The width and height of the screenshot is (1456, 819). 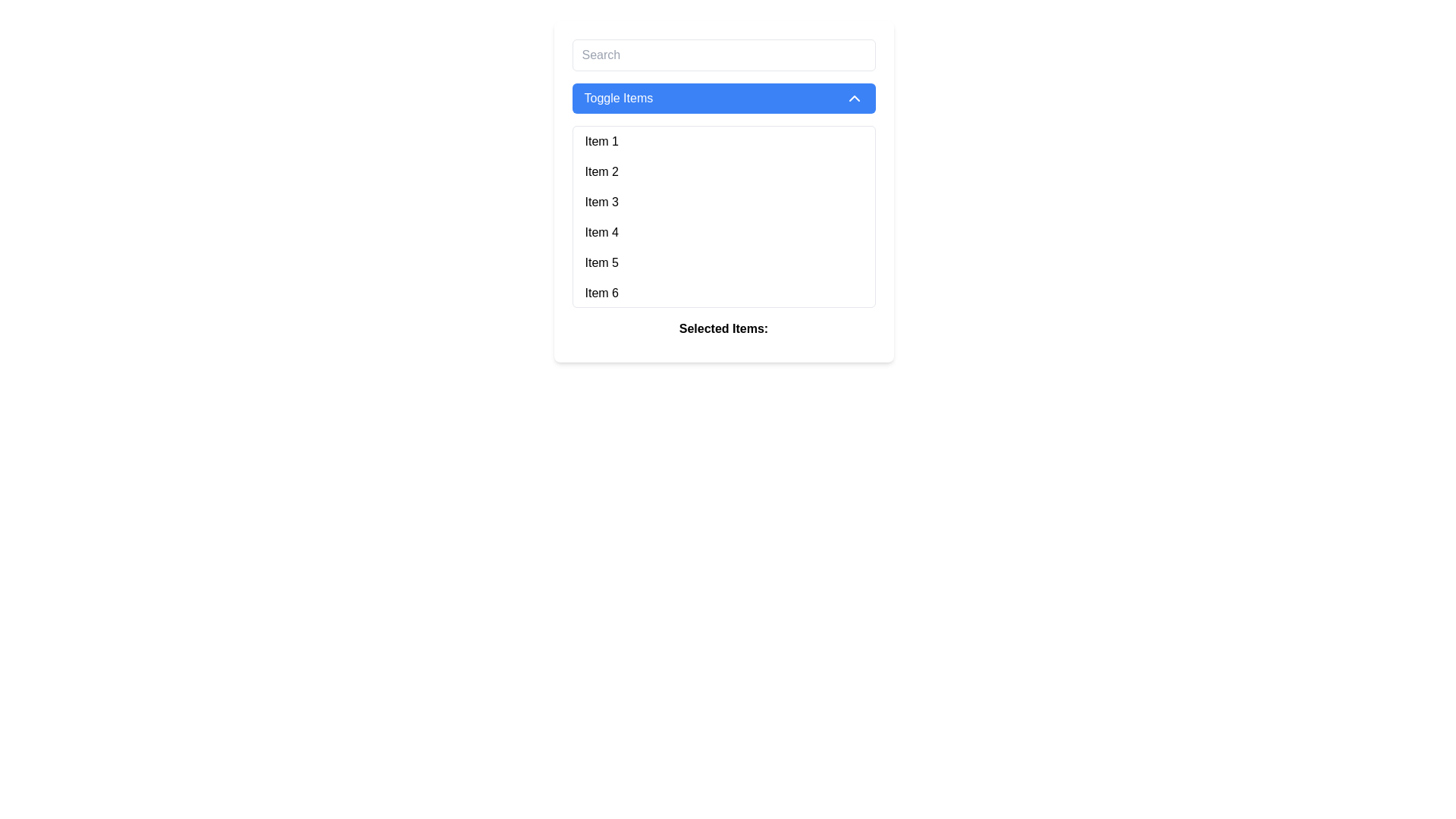 What do you see at coordinates (723, 141) in the screenshot?
I see `the first item in the scrollable list labeled 'Item 1', which is styled with a hover effect that changes the background color to blue` at bounding box center [723, 141].